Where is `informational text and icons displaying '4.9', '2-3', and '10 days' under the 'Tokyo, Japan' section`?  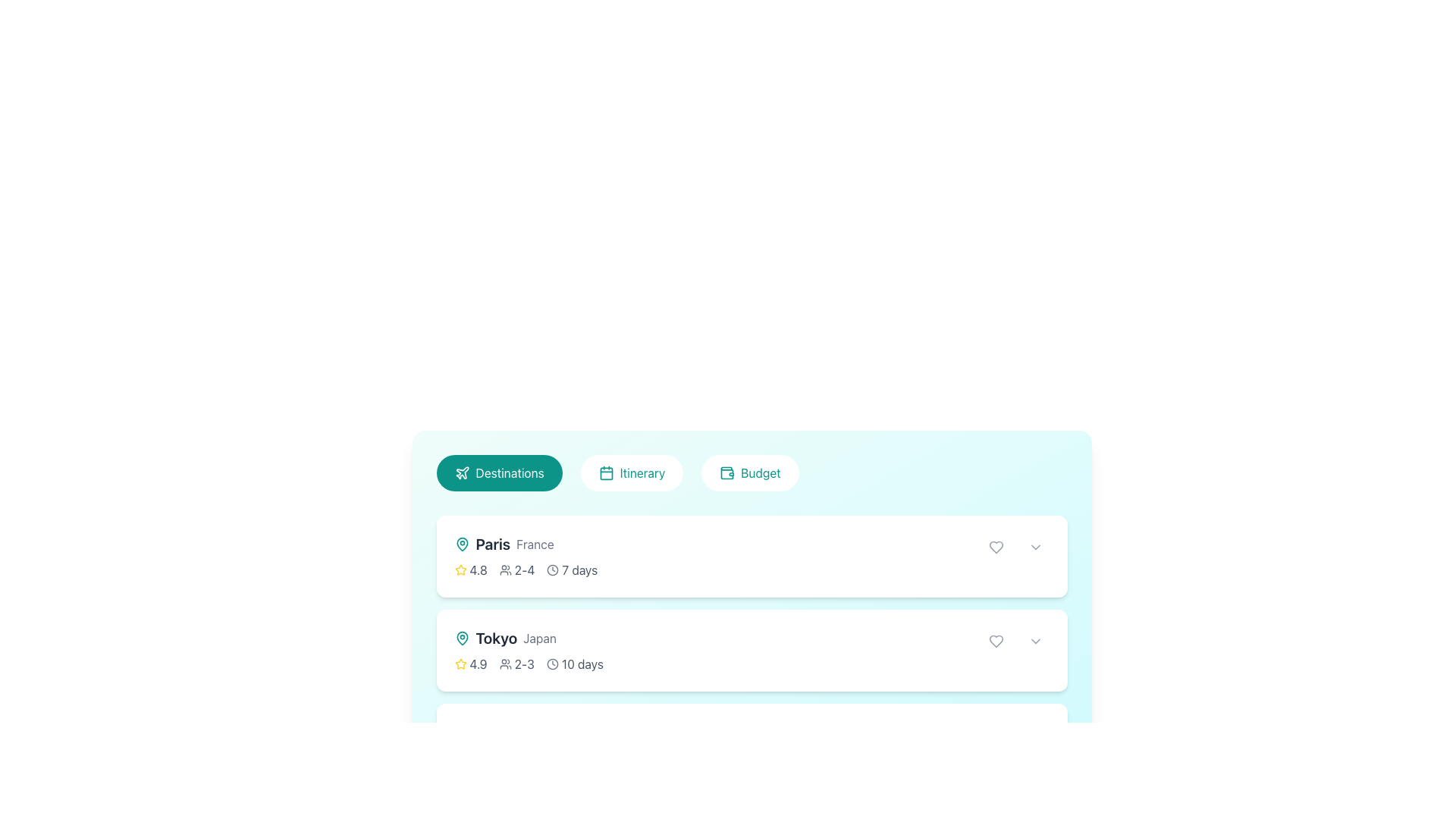
informational text and icons displaying '4.9', '2-3', and '10 days' under the 'Tokyo, Japan' section is located at coordinates (529, 663).